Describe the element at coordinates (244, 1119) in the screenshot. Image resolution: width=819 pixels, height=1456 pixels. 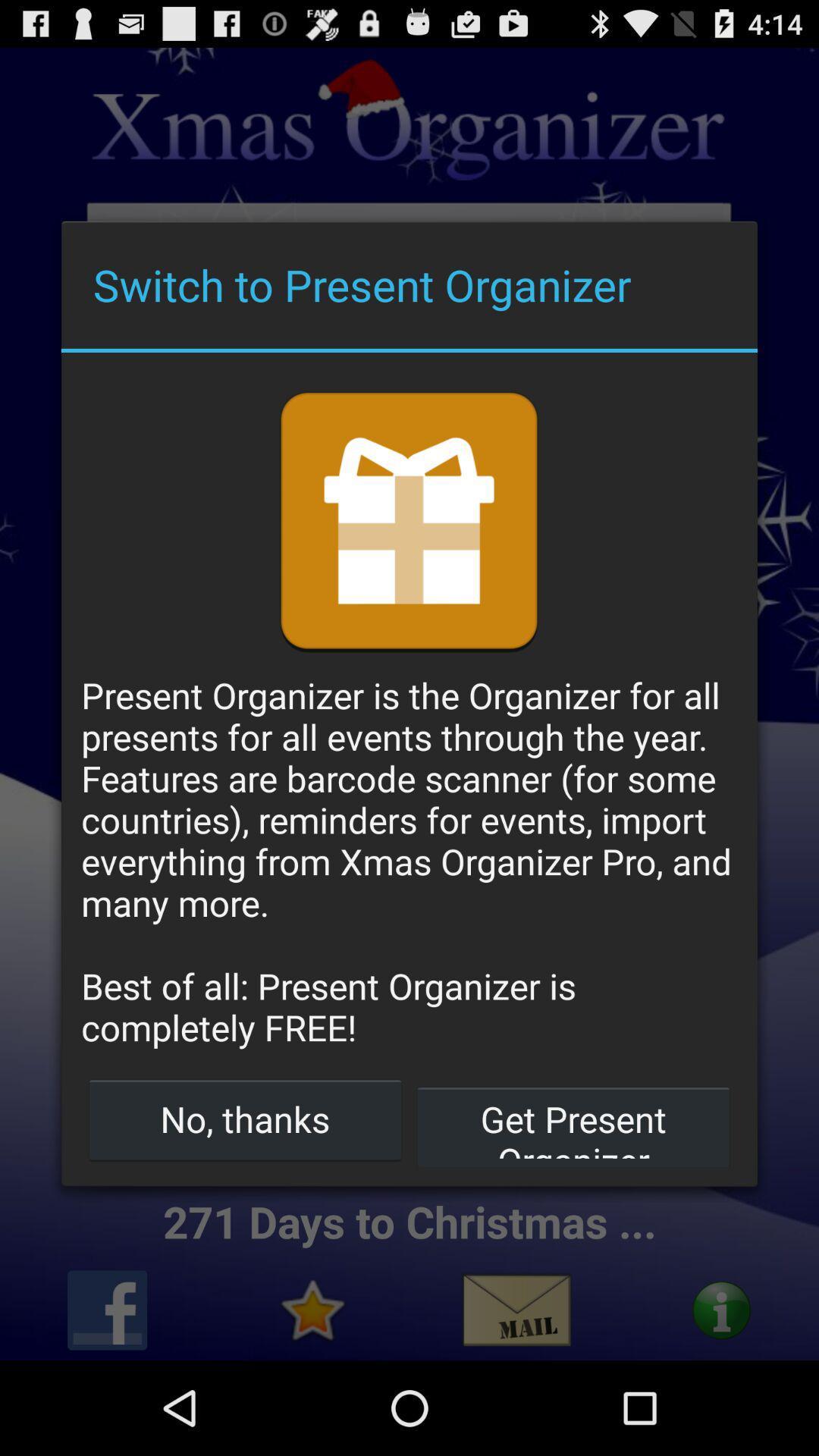
I see `button next to the get present organizer item` at that location.